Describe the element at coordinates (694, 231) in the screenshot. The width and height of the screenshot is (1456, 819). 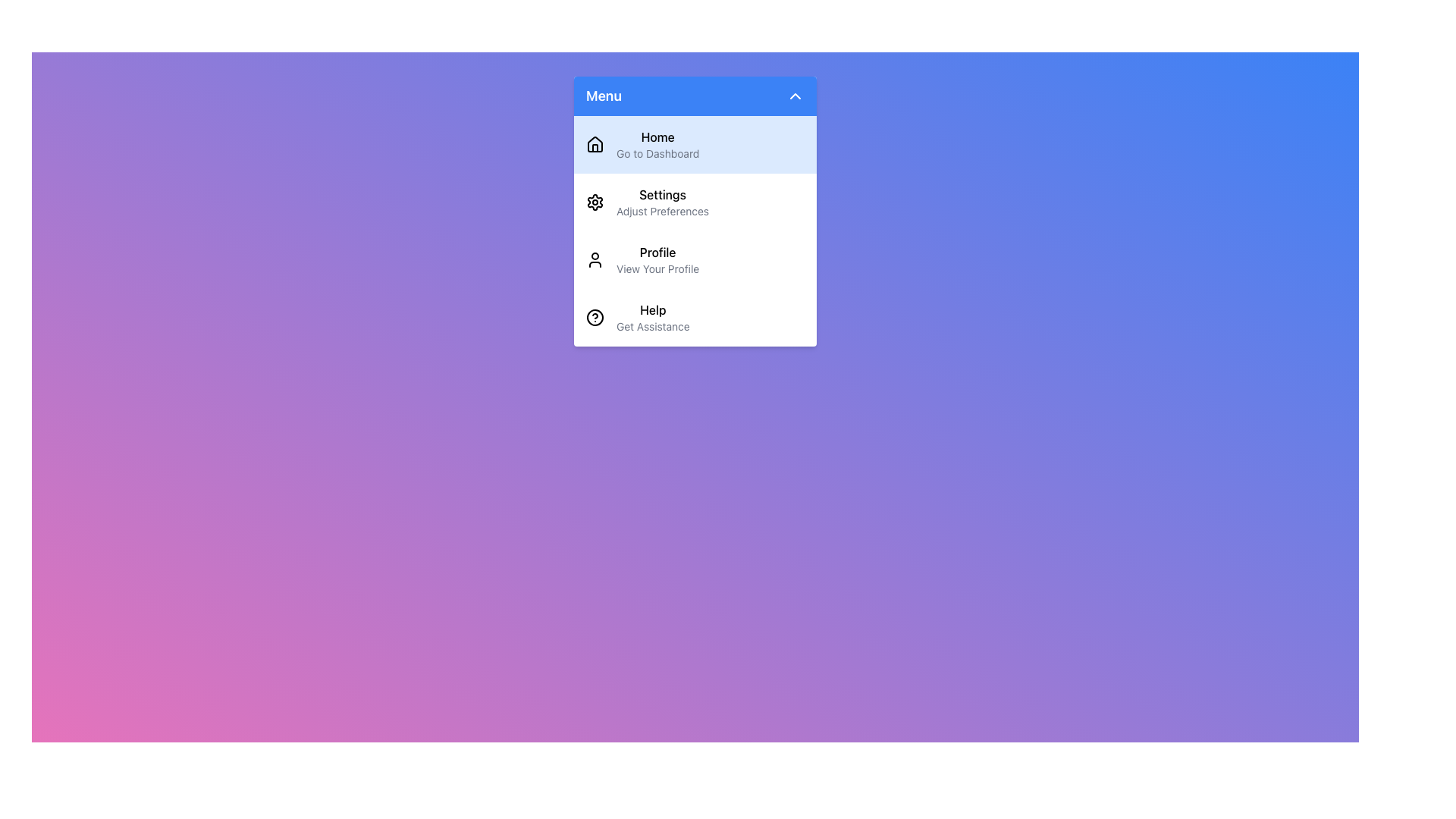
I see `the second menu item labeled 'Settings' in the vertical menu under 'Menu'` at that location.